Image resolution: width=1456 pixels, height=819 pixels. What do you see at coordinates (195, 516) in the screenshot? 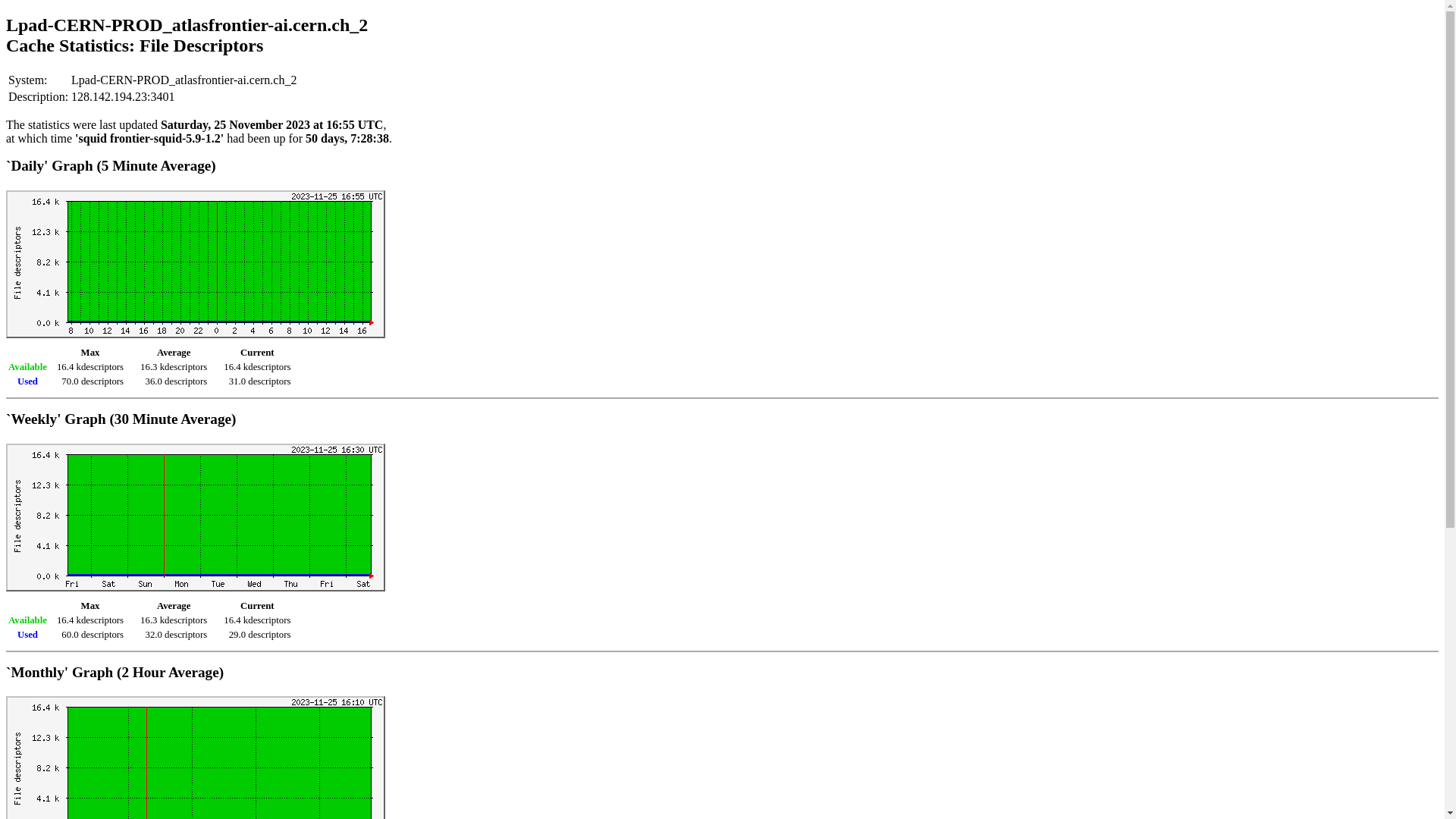
I see `'week'` at bounding box center [195, 516].